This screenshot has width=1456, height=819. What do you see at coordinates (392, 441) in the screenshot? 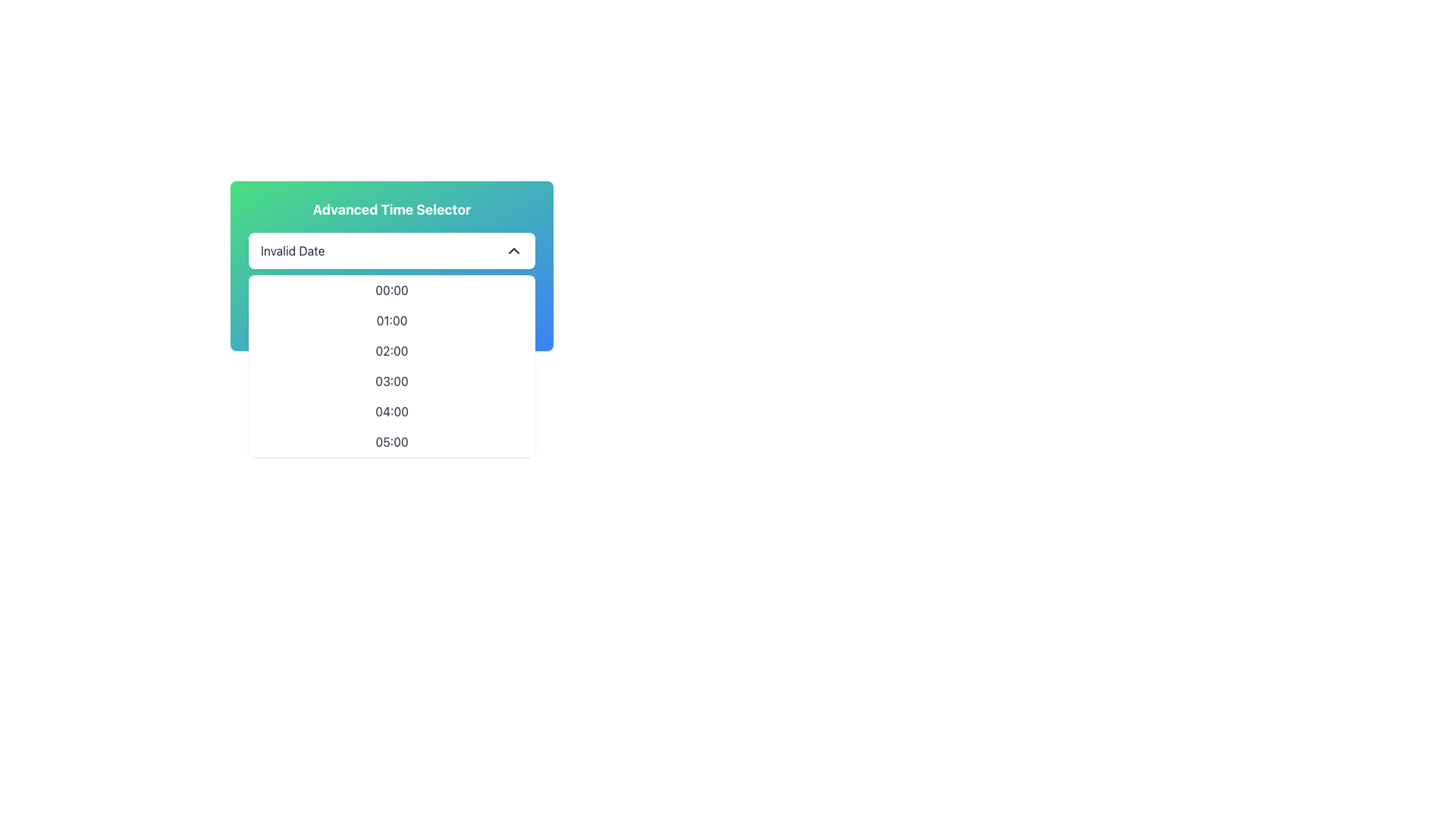
I see `the sixth item in the dropdown list of time options` at bounding box center [392, 441].